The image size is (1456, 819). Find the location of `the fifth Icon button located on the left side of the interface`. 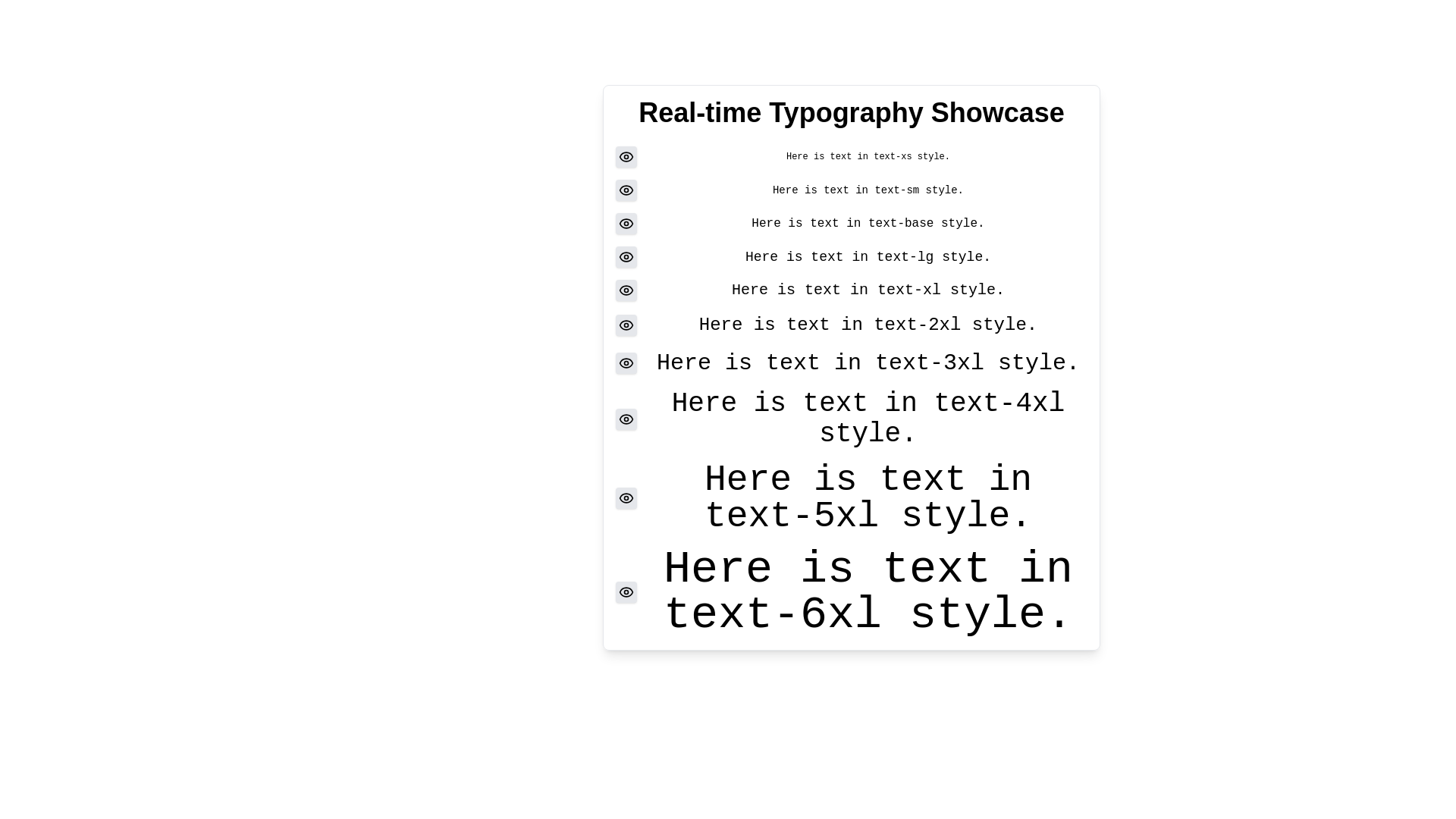

the fifth Icon button located on the left side of the interface is located at coordinates (626, 256).